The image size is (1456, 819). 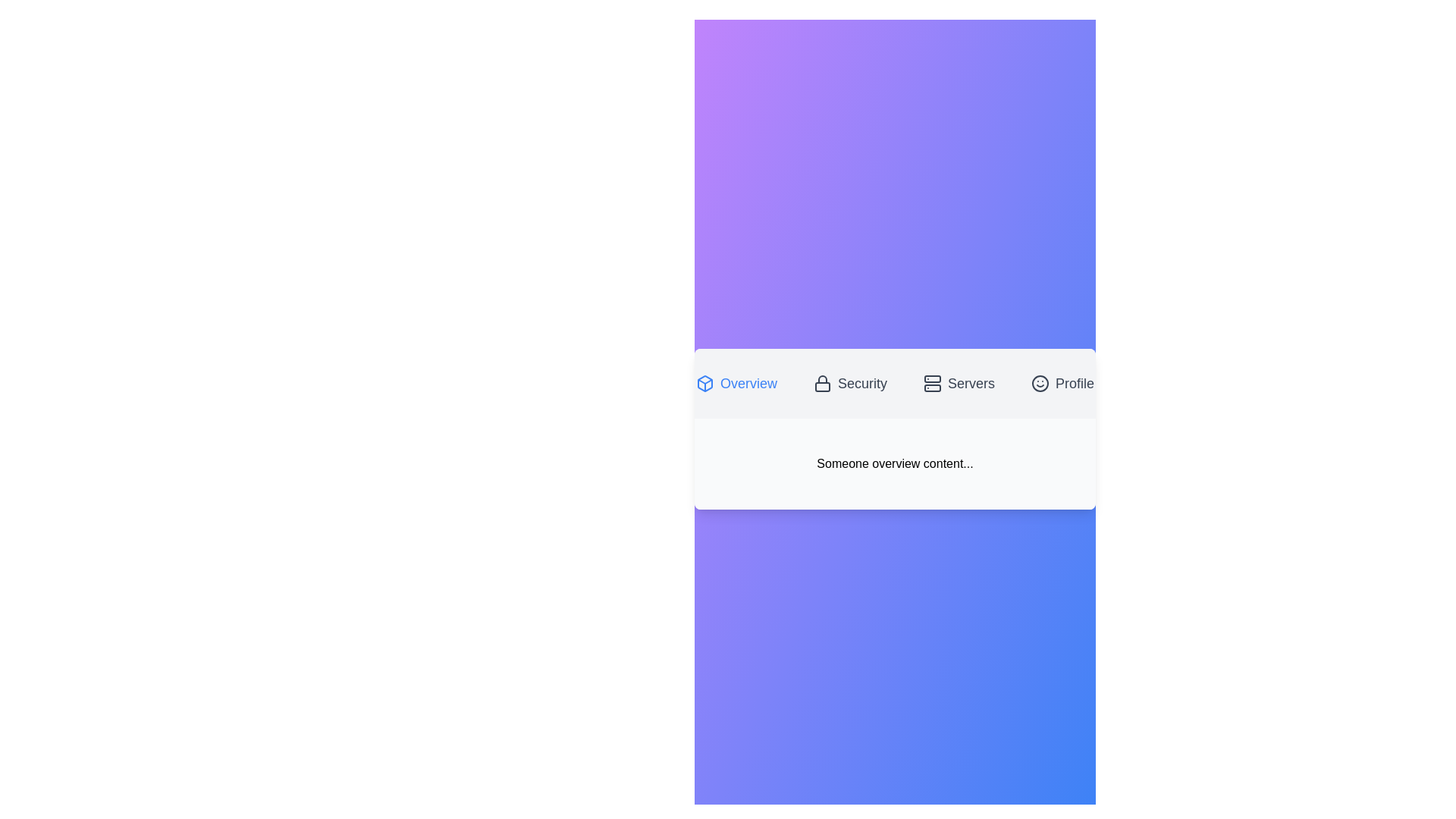 What do you see at coordinates (704, 382) in the screenshot?
I see `the 'Overview' tab icon in the navigation menu` at bounding box center [704, 382].